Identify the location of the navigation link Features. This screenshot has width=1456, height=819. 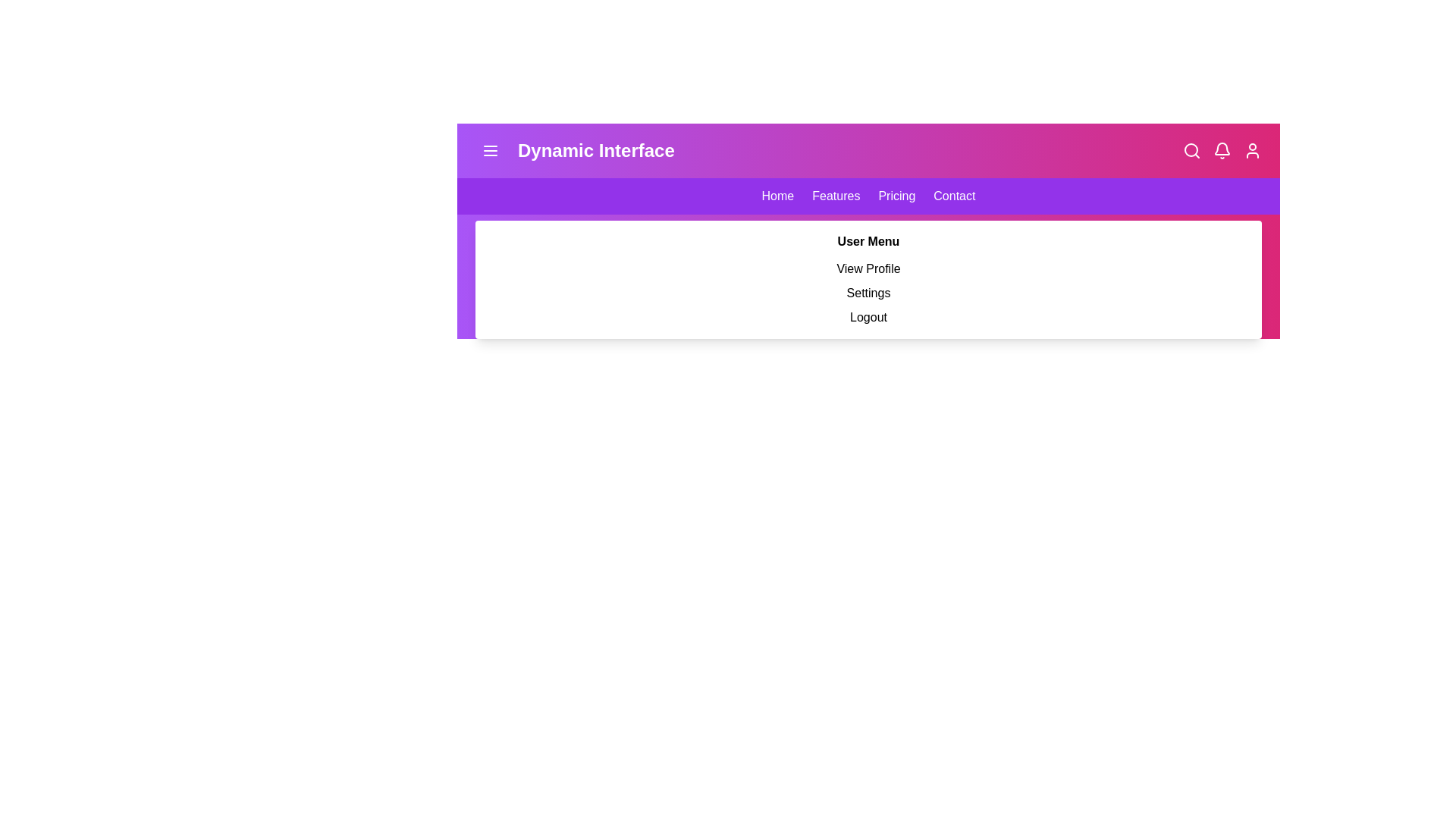
(835, 195).